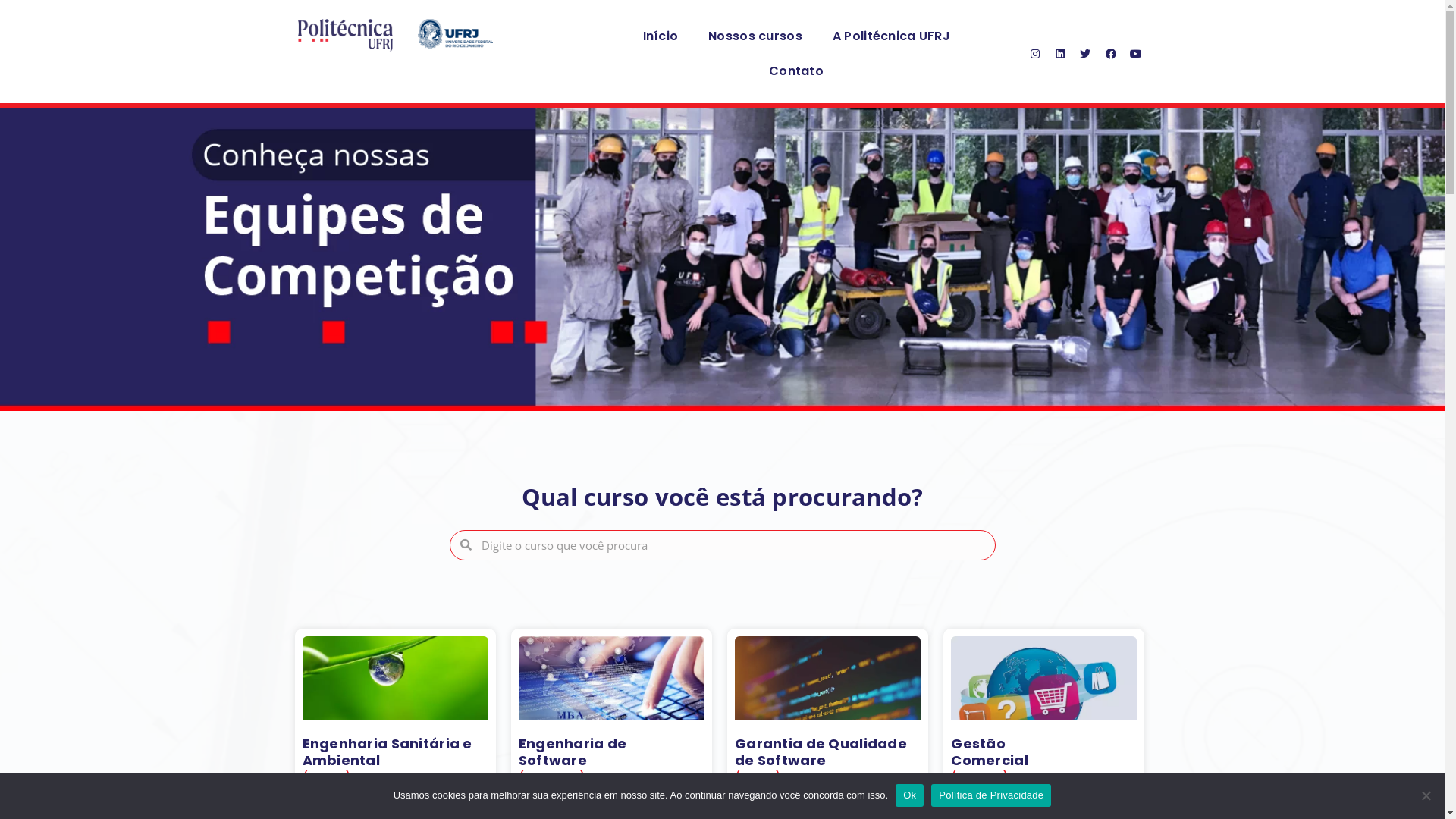 Image resolution: width=1456 pixels, height=819 pixels. I want to click on 'Search', so click(733, 544).